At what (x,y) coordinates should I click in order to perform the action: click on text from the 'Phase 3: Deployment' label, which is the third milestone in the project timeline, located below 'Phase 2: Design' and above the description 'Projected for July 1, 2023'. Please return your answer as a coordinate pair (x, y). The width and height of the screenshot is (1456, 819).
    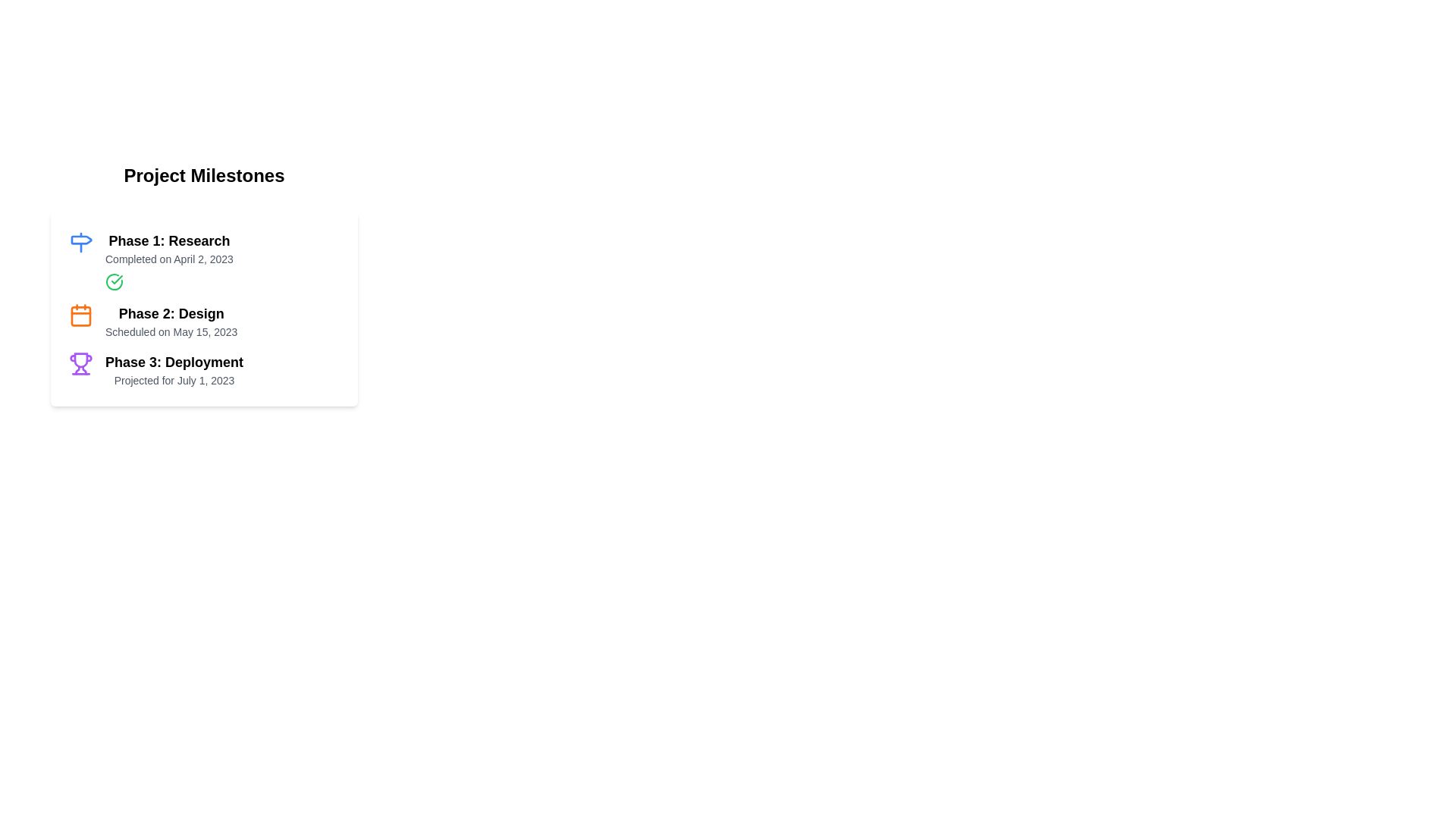
    Looking at the image, I should click on (174, 362).